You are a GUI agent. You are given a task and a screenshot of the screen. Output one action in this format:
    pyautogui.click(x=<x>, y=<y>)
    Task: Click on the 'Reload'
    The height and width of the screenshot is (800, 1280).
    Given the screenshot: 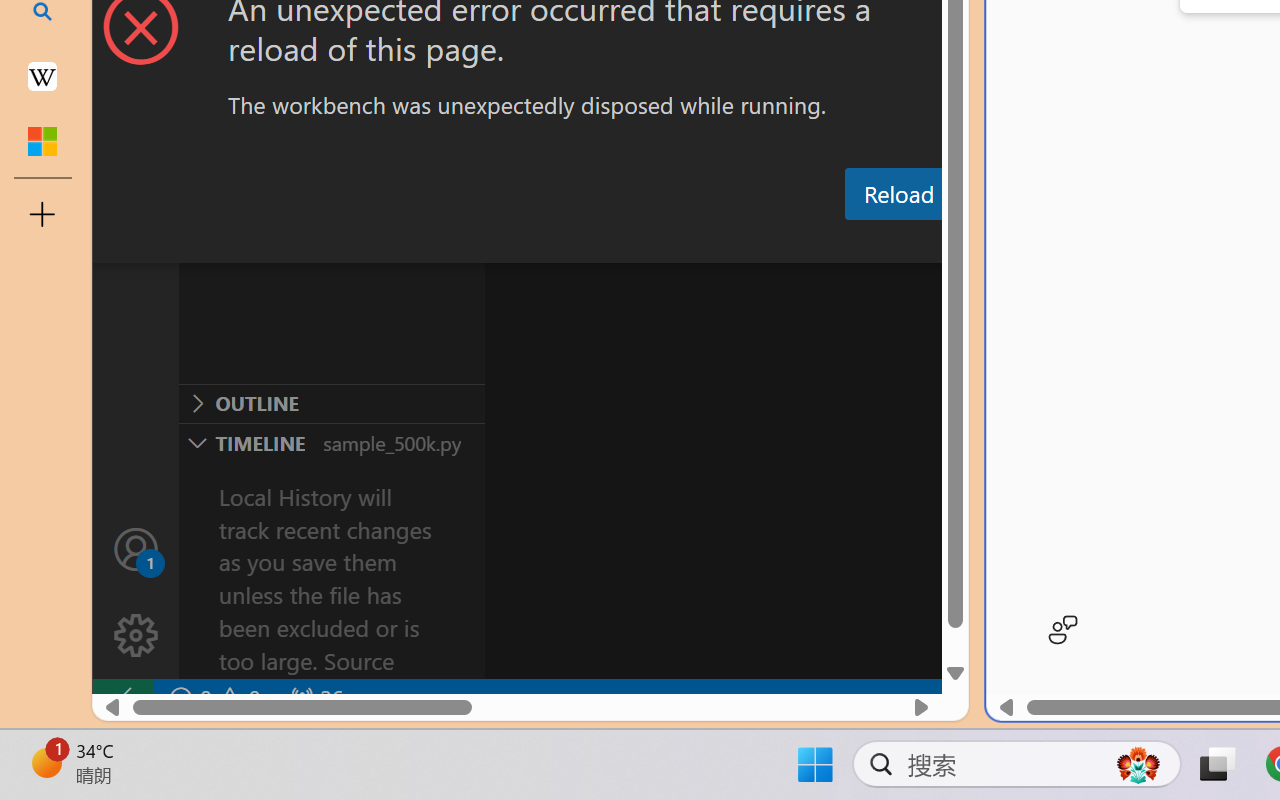 What is the action you would take?
    pyautogui.click(x=897, y=192)
    